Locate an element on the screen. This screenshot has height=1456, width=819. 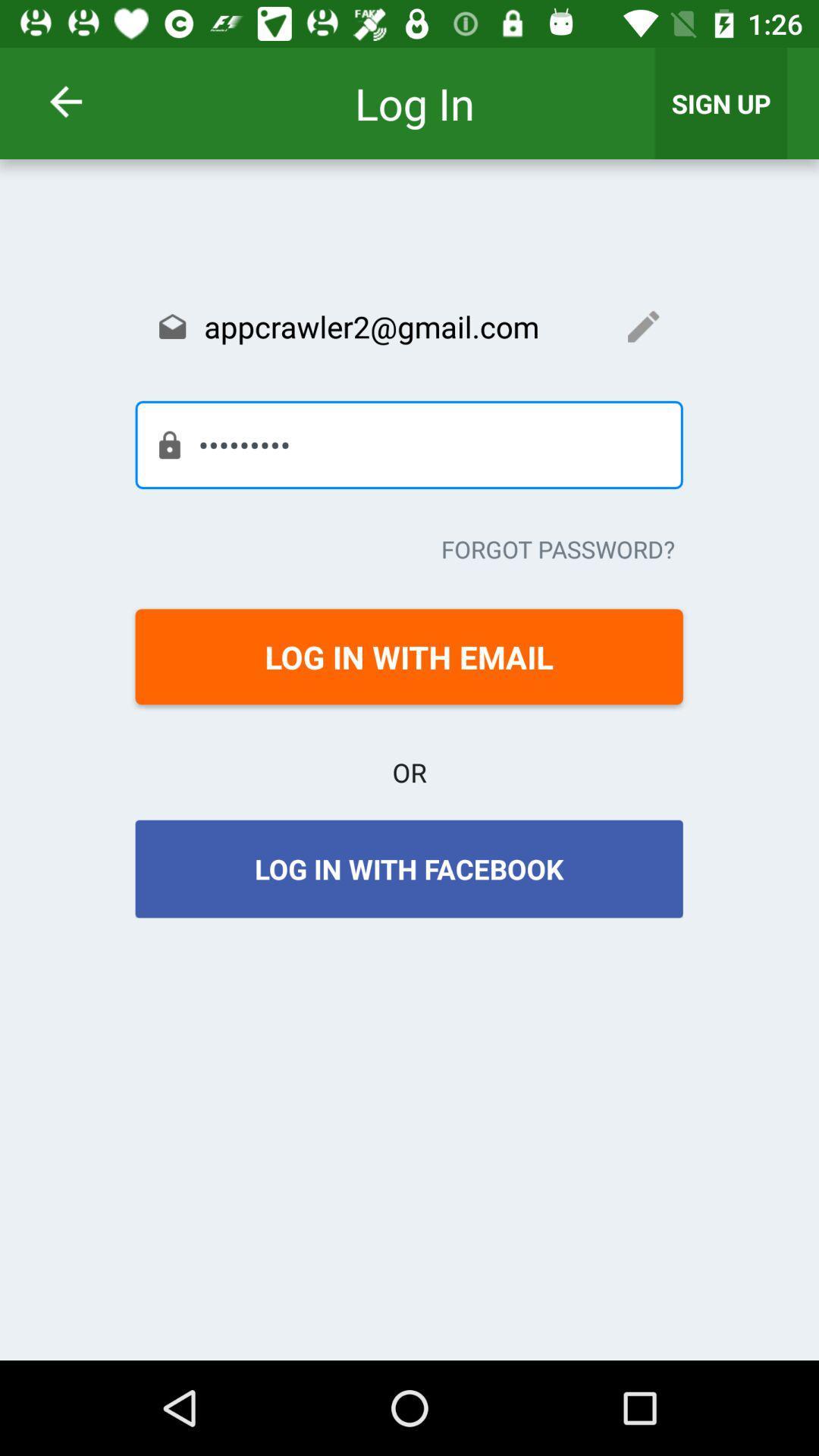
the item below appcrawler2@gmail.com icon is located at coordinates (408, 444).